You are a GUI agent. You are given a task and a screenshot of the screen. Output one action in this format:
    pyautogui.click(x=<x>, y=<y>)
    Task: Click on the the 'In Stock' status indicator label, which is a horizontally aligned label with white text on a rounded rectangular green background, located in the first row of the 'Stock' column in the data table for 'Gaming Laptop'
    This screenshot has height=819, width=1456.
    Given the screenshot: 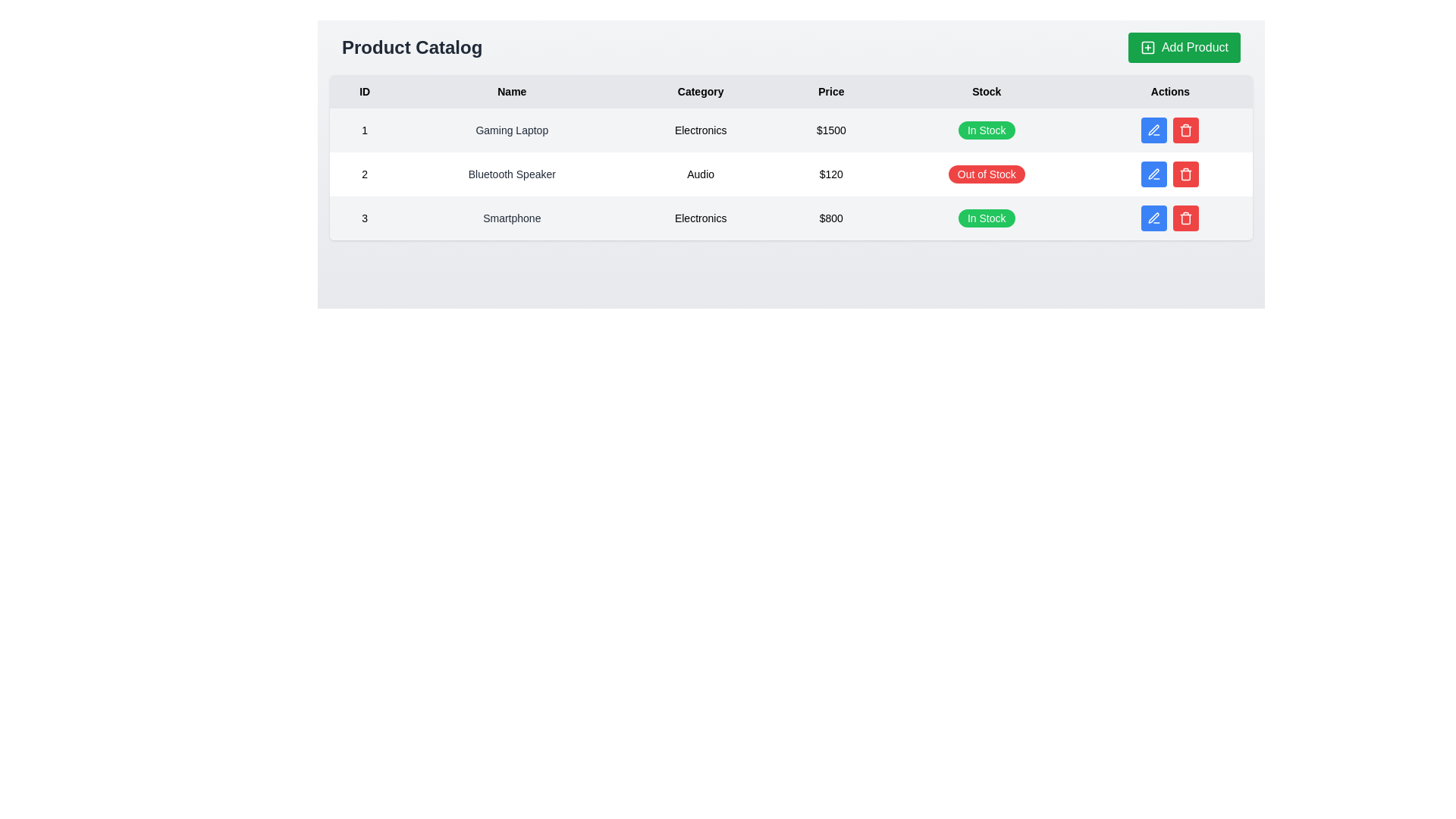 What is the action you would take?
    pyautogui.click(x=987, y=130)
    